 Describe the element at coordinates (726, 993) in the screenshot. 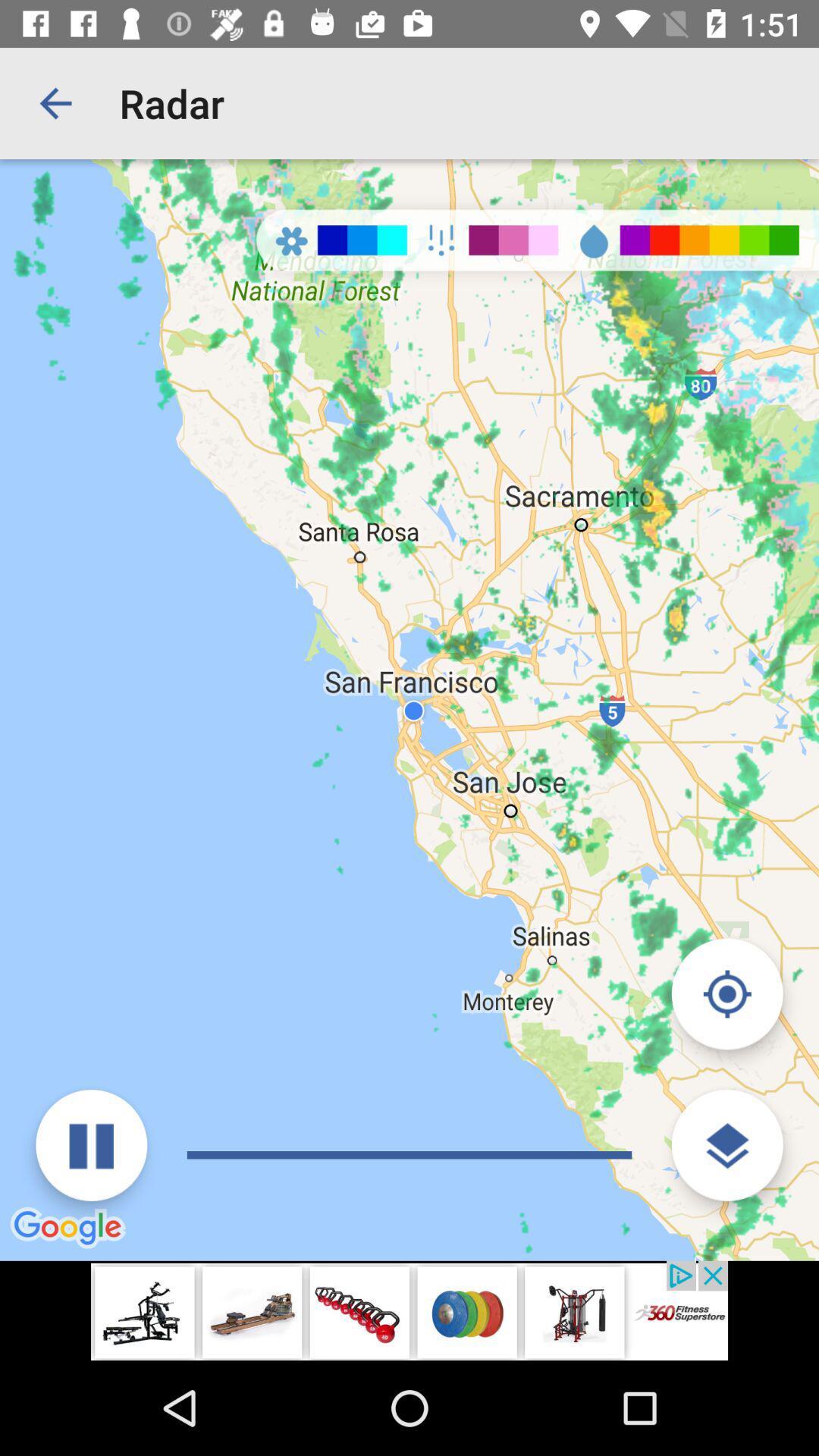

I see `the location_crosshair icon` at that location.